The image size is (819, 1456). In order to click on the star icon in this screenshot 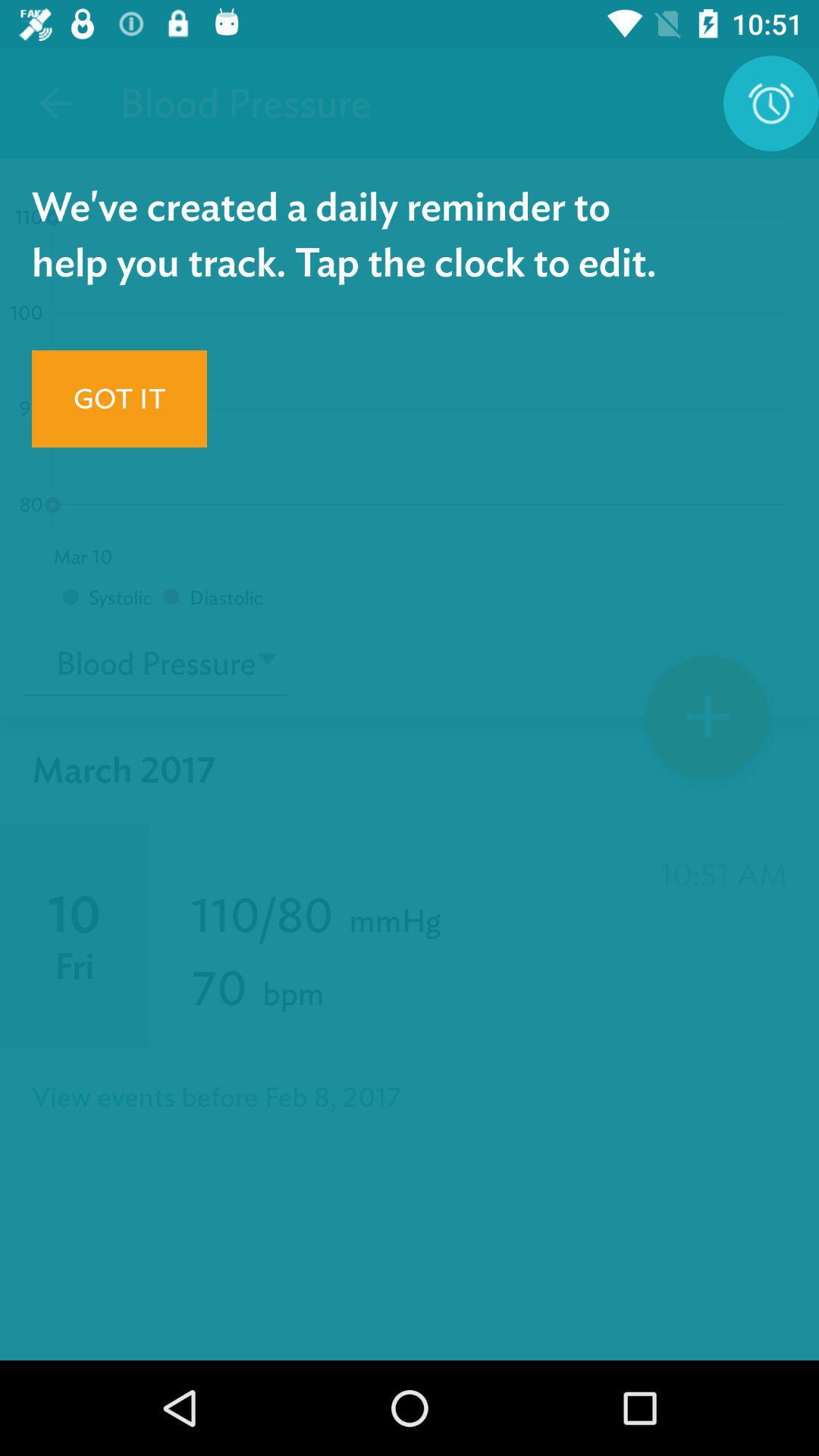, I will do `click(708, 721)`.